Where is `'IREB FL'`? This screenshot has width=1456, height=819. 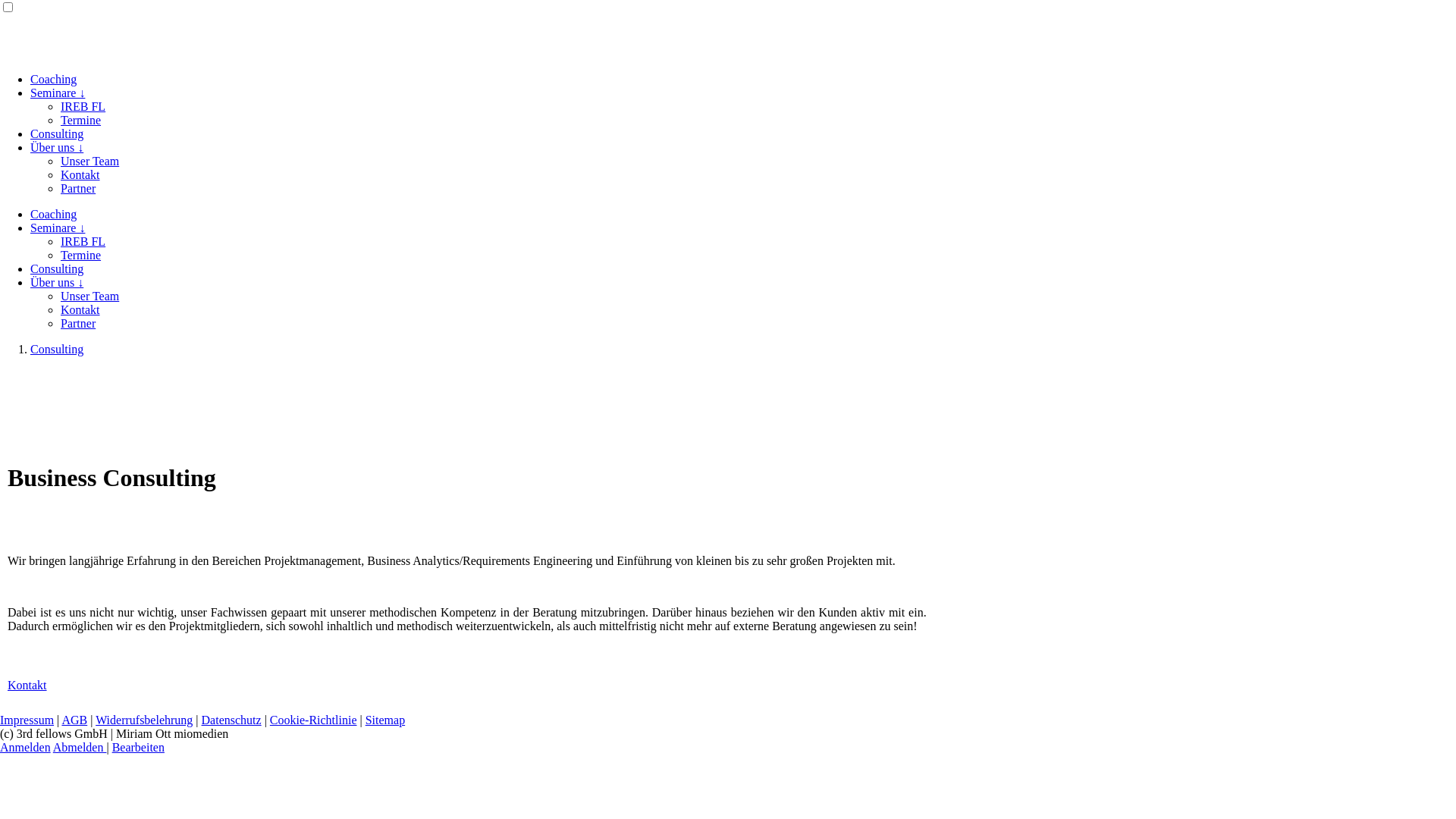
'IREB FL' is located at coordinates (61, 105).